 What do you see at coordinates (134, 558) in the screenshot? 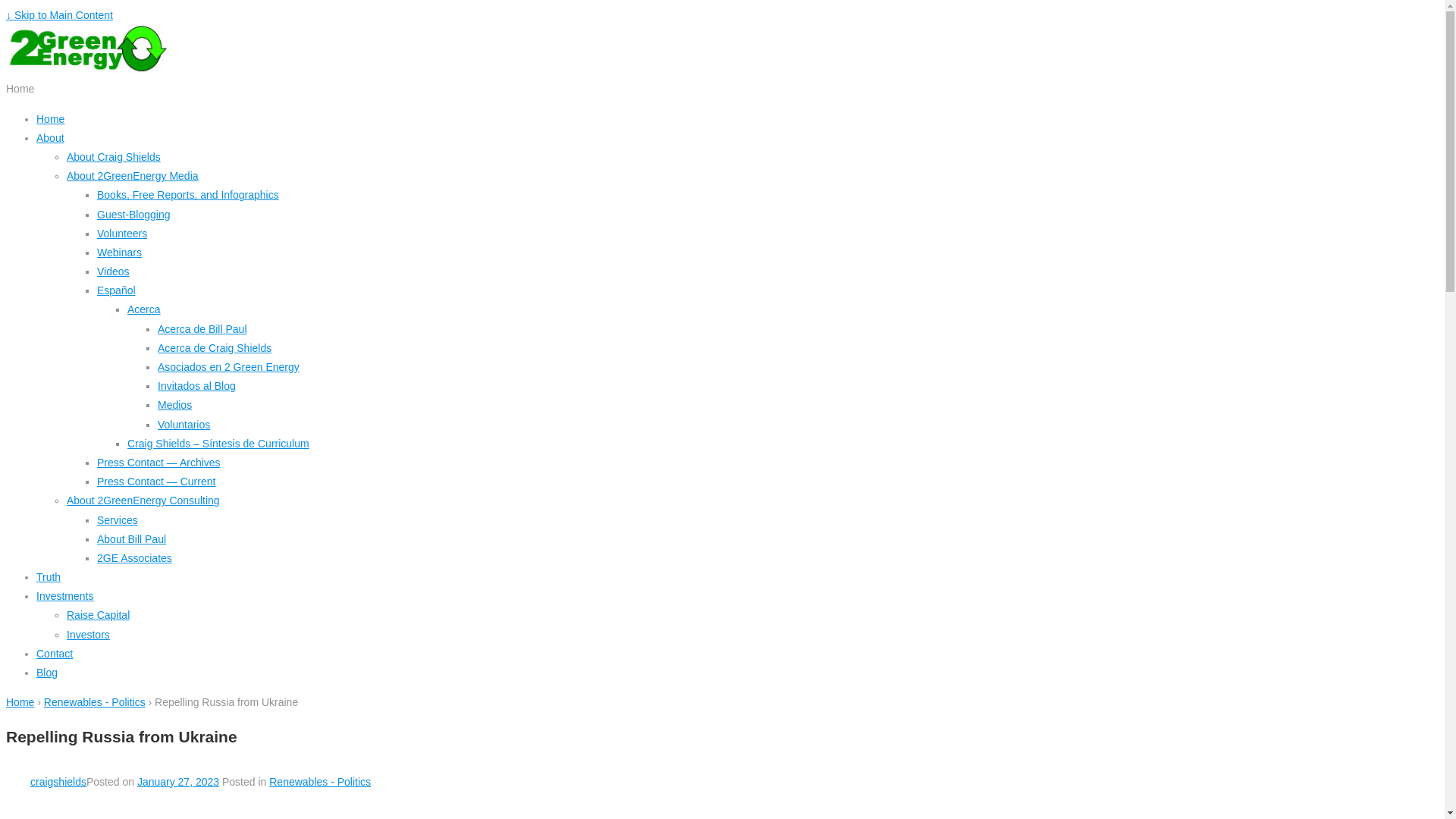
I see `'2GE Associates'` at bounding box center [134, 558].